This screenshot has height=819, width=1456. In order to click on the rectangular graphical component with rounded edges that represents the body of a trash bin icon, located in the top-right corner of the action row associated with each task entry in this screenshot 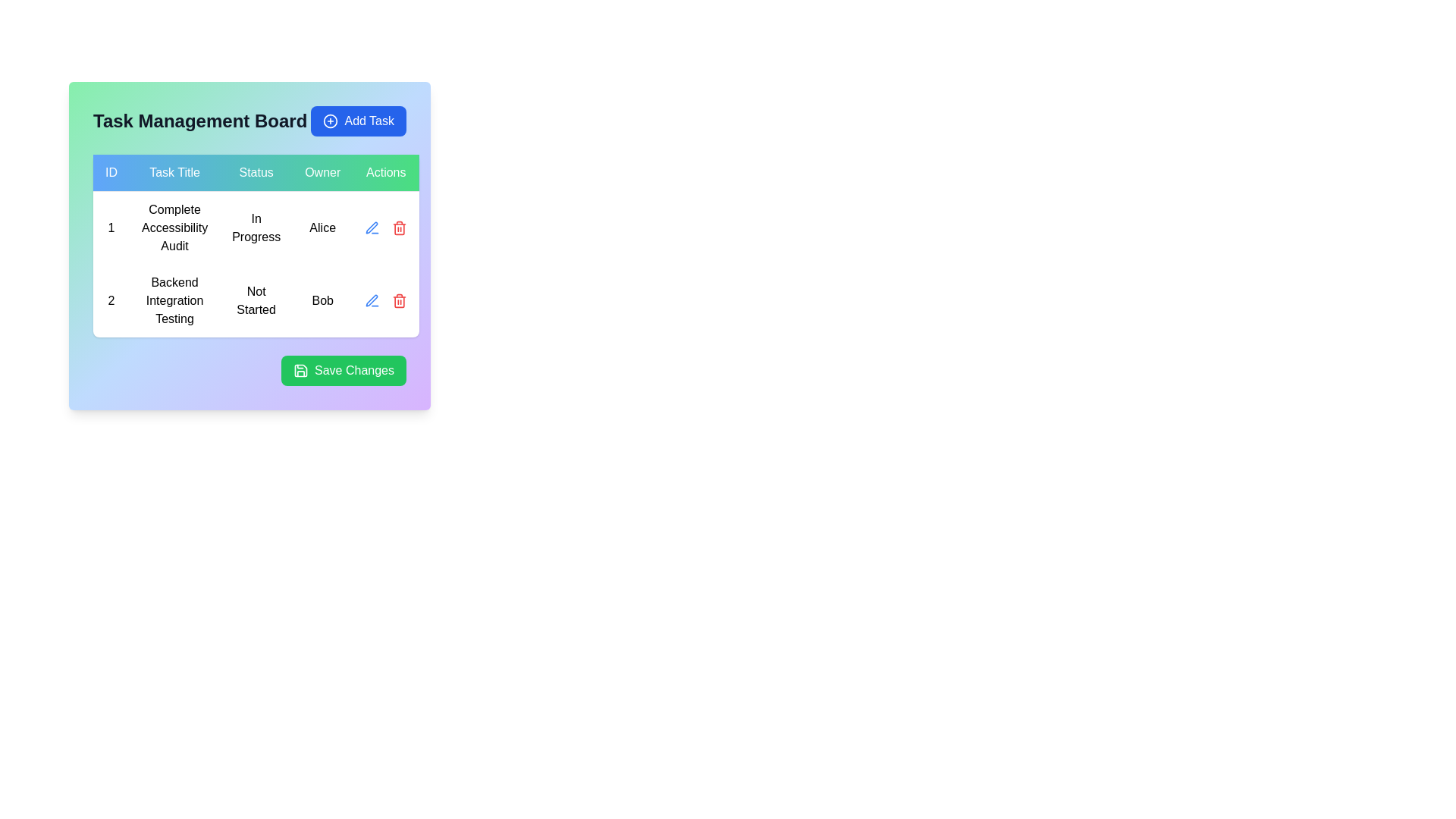, I will do `click(400, 302)`.